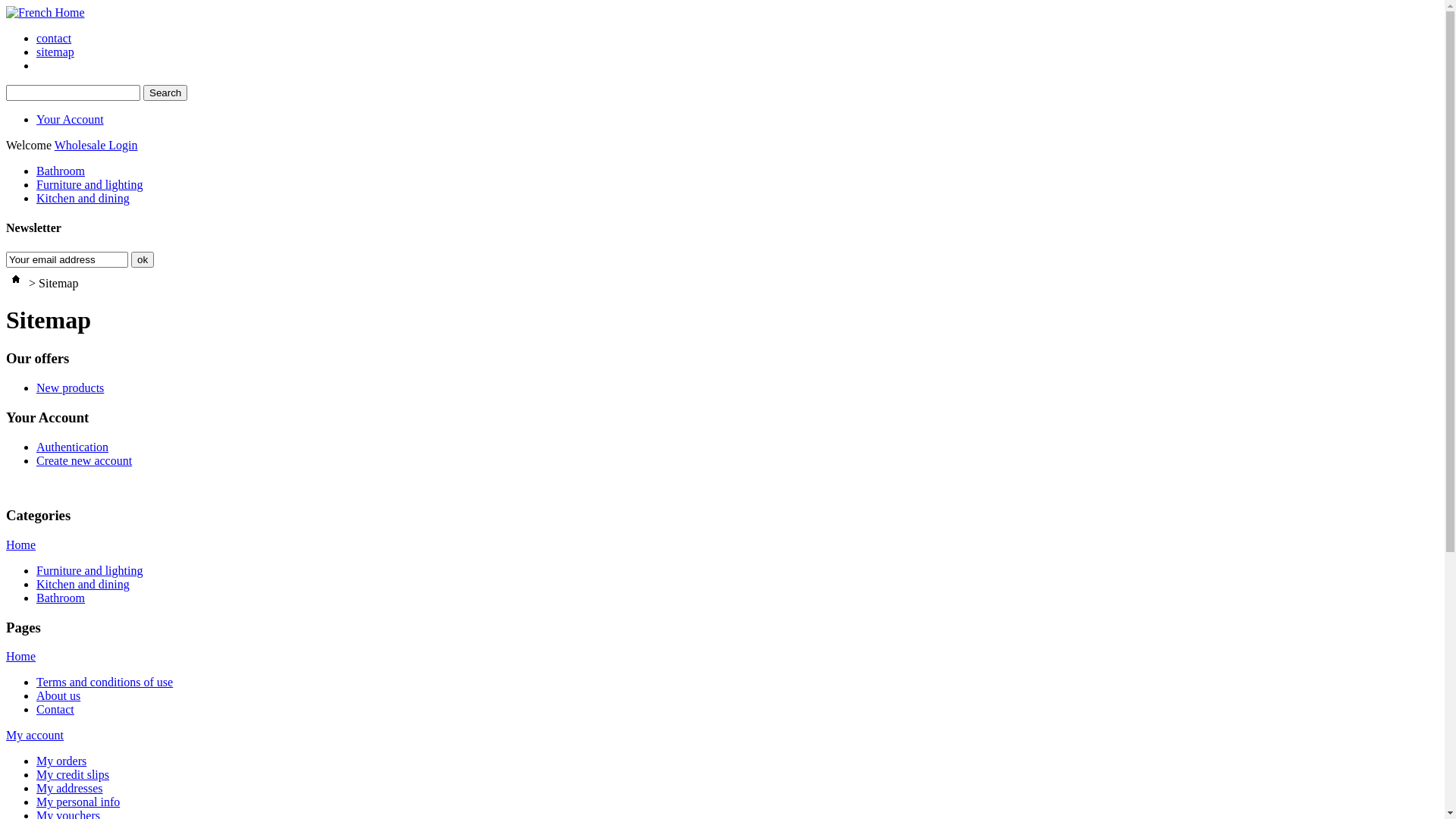 The image size is (1456, 819). What do you see at coordinates (15, 283) in the screenshot?
I see `'Return to Home'` at bounding box center [15, 283].